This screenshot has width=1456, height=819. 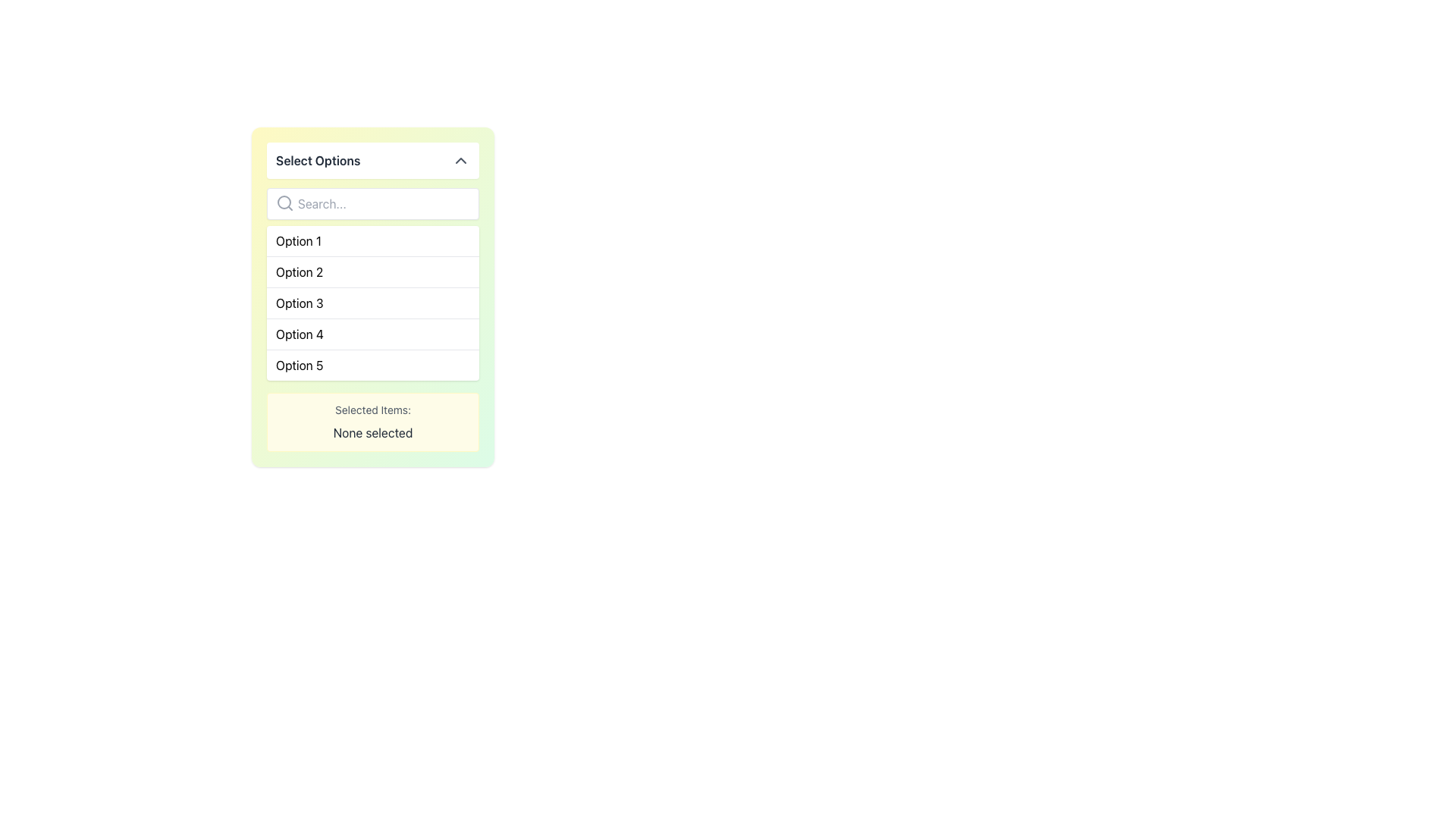 I want to click on the second option in the dropdown menu, so click(x=372, y=271).